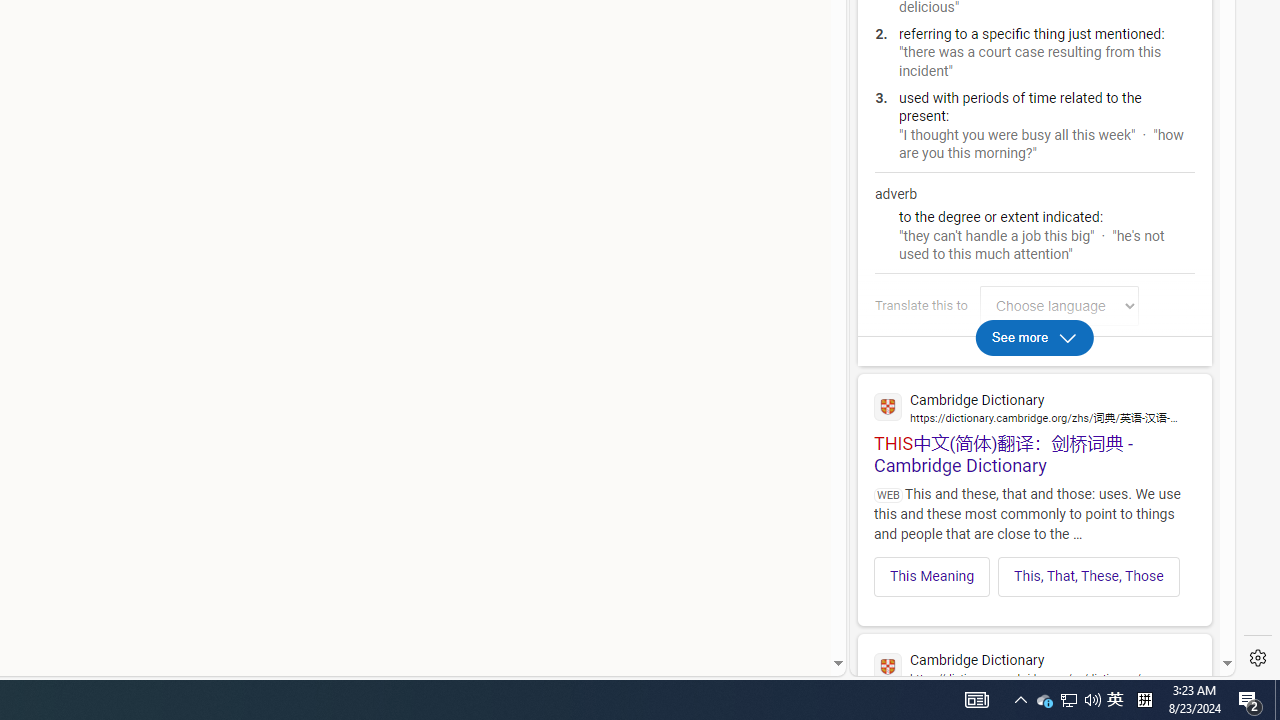  Describe the element at coordinates (1034, 570) in the screenshot. I see `'This MeaningThis, That, These, Those'` at that location.